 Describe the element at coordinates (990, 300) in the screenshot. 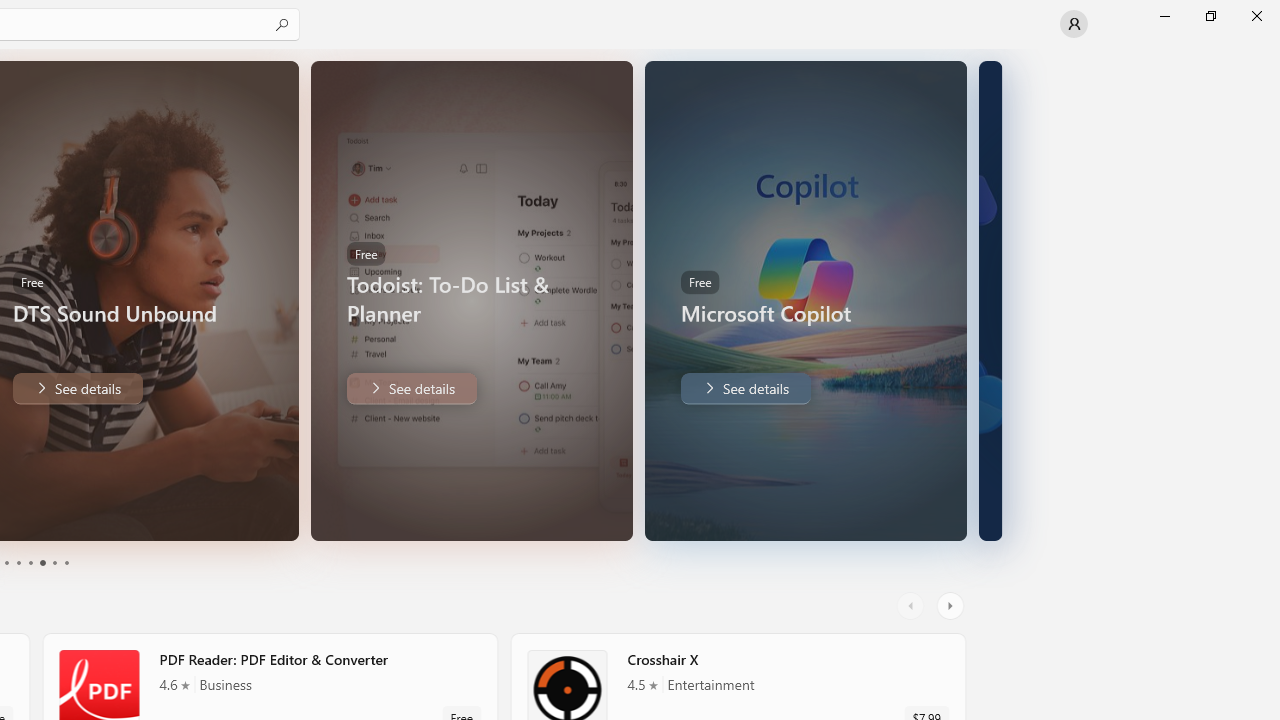

I see `'AutomationID: Image'` at that location.